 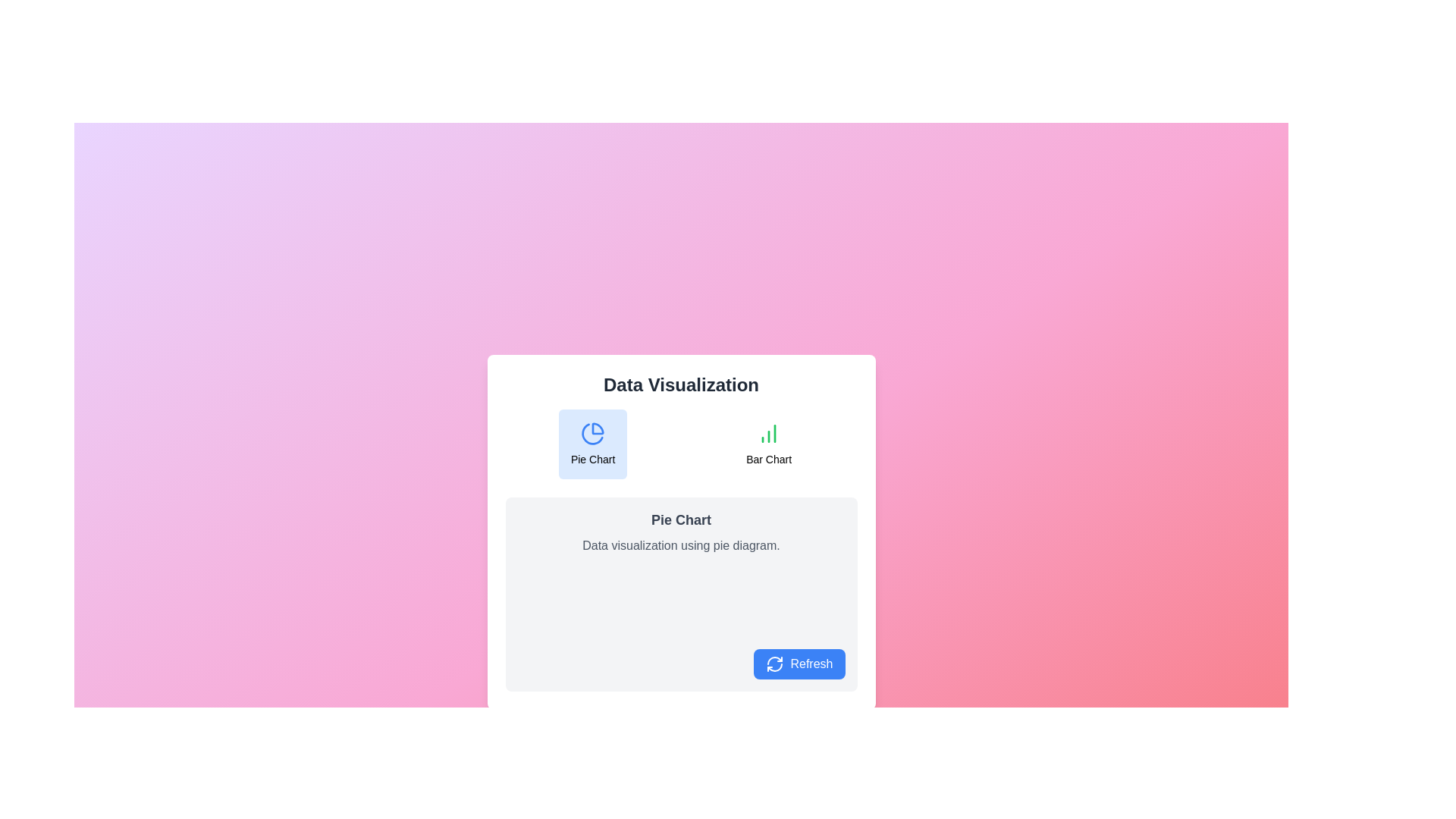 I want to click on the 'Bar Chart' section of the Selector group located beneath the 'Data Visualization' title, so click(x=680, y=444).